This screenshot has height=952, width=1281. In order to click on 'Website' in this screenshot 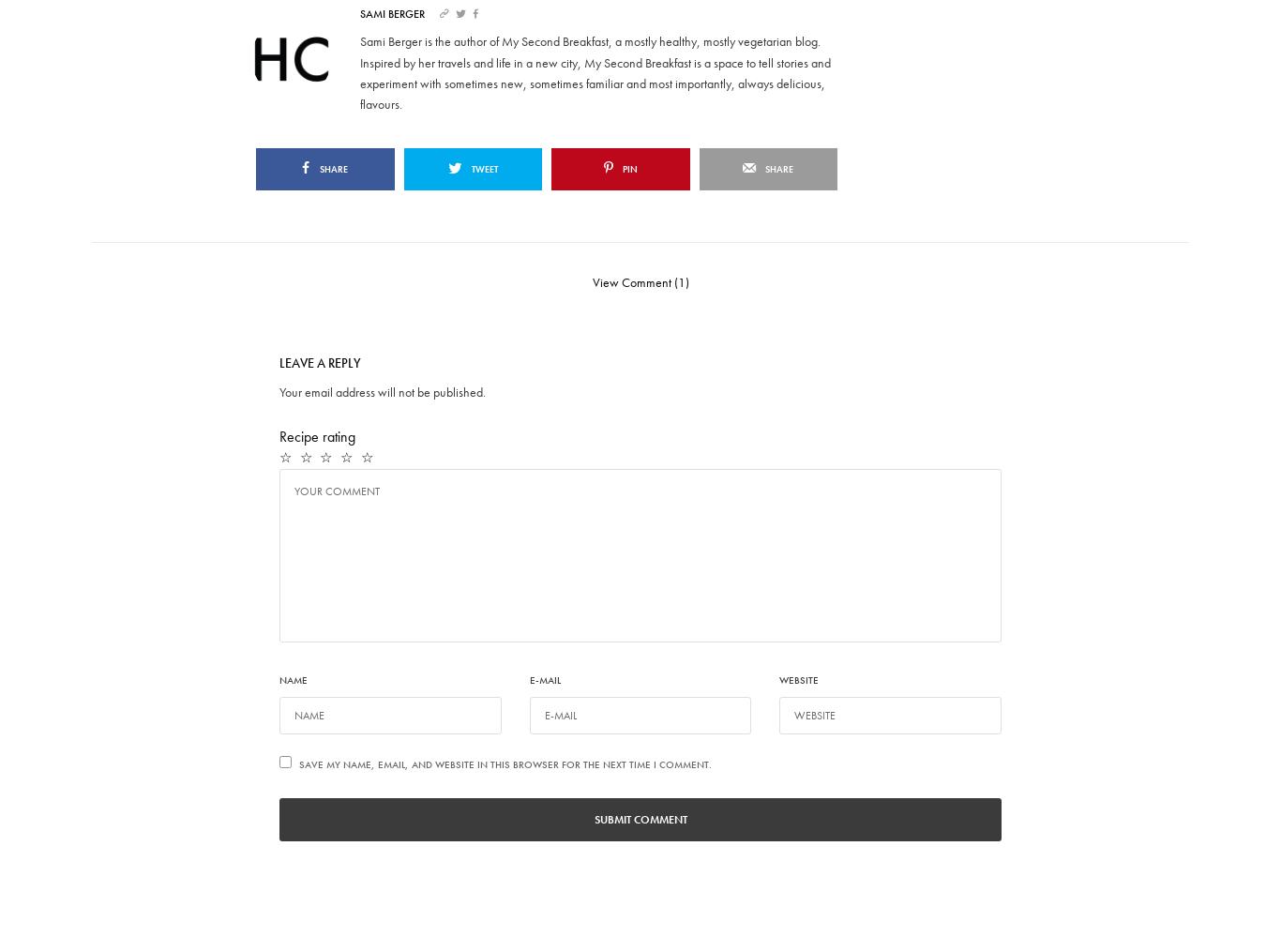, I will do `click(777, 678)`.